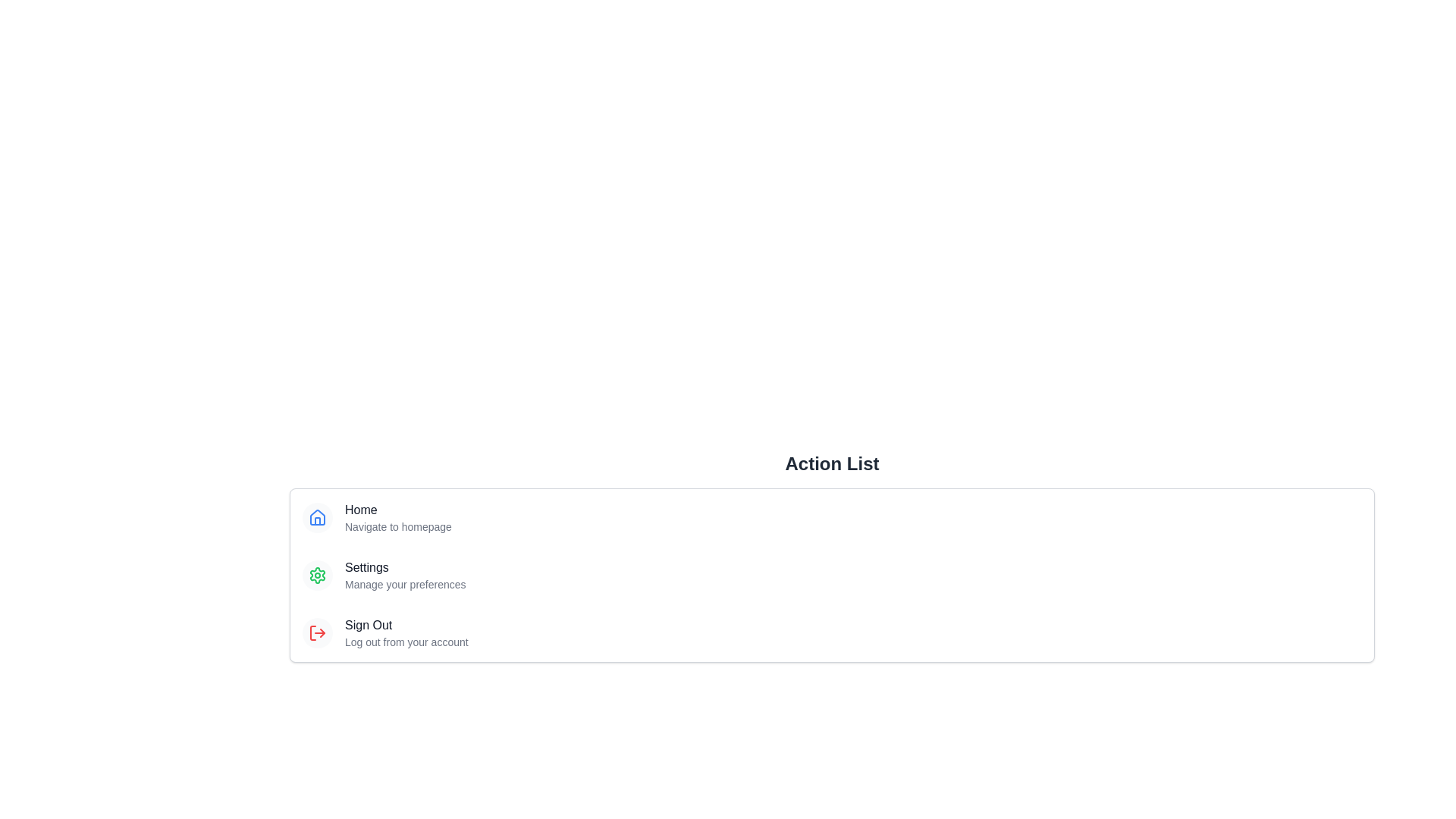 The width and height of the screenshot is (1456, 819). I want to click on the 'Action List' heading, so click(831, 463).